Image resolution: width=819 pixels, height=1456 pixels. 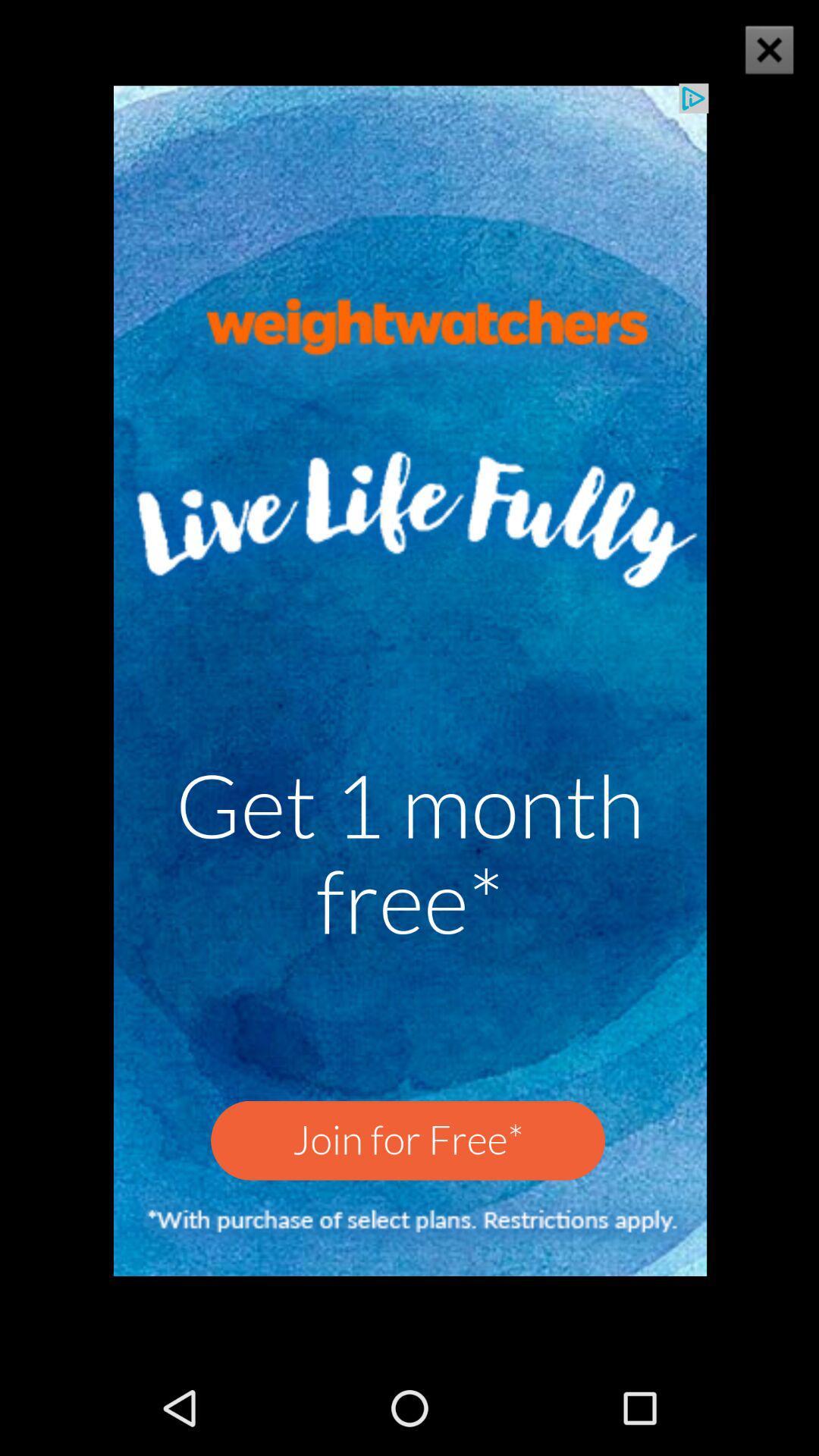 I want to click on the close icon, so click(x=769, y=53).